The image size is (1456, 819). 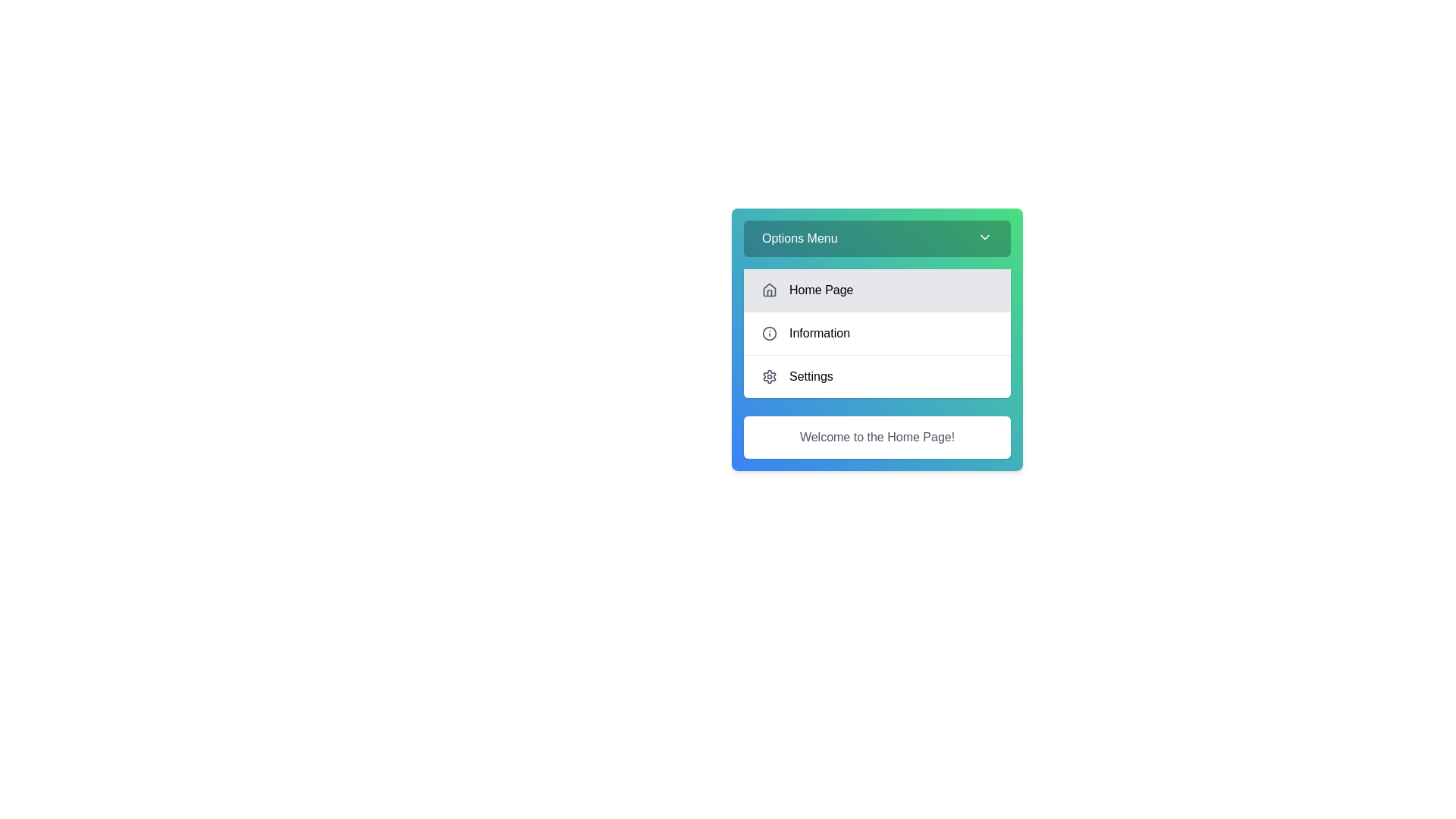 I want to click on the welcoming message Text label located at the bottom of a card with rounded corners on a green-to-blue gradient backdrop, so click(x=877, y=438).